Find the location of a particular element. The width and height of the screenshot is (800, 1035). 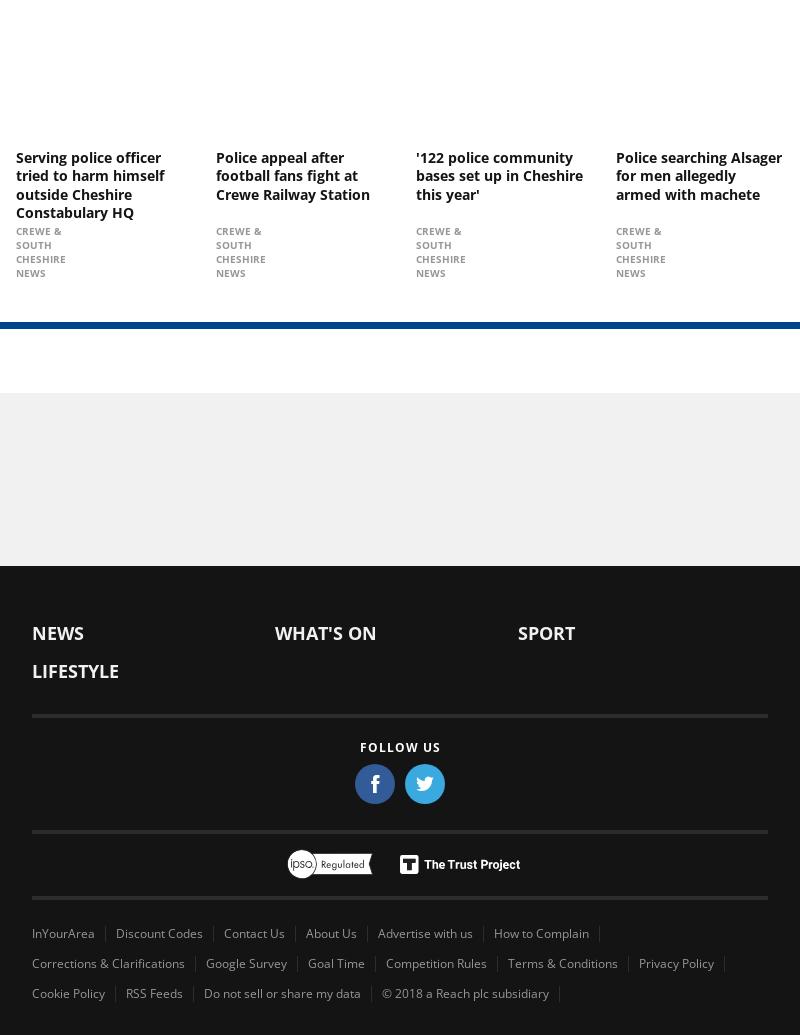

'Google Survey' is located at coordinates (206, 962).